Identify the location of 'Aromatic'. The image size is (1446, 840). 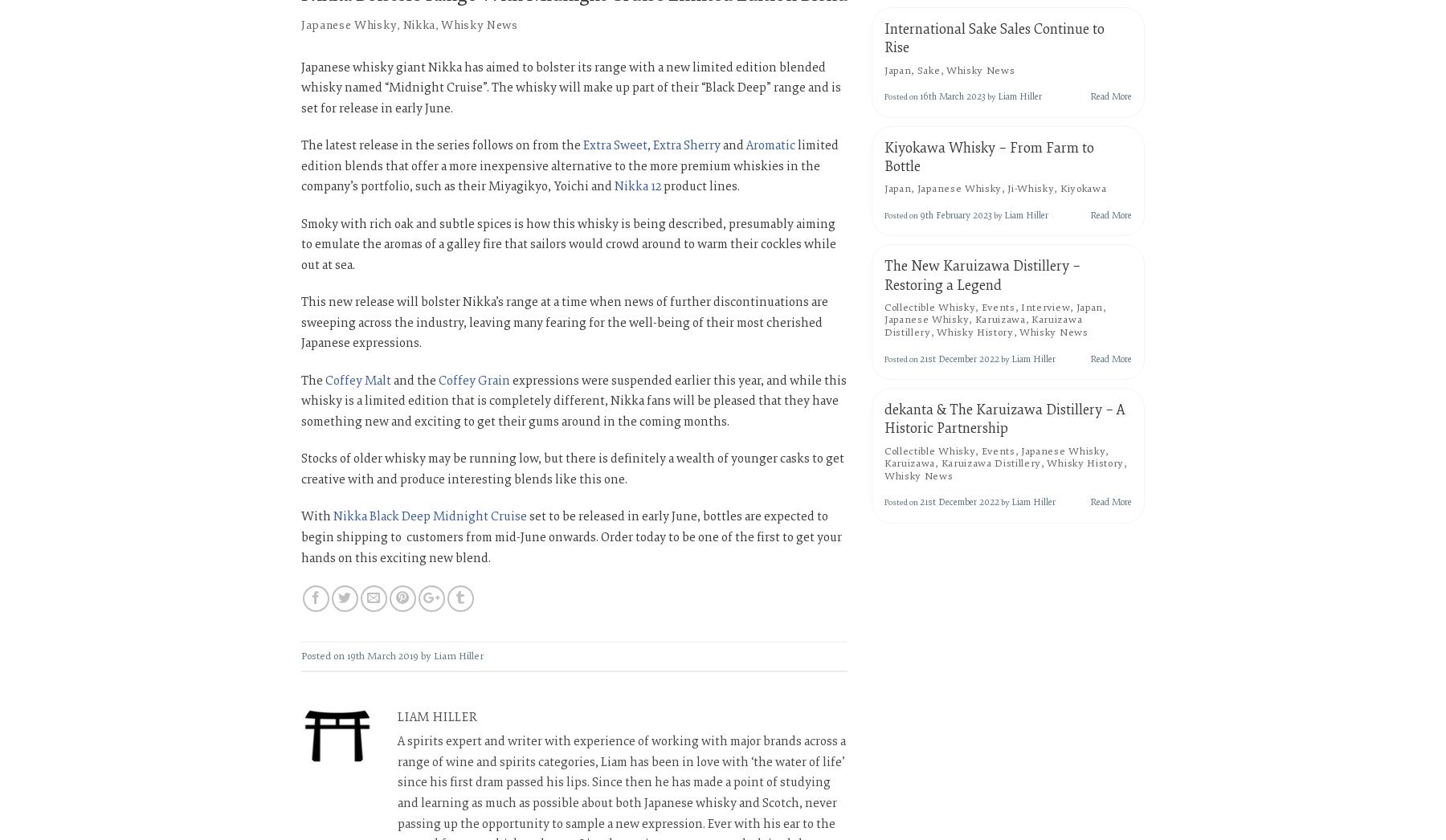
(770, 145).